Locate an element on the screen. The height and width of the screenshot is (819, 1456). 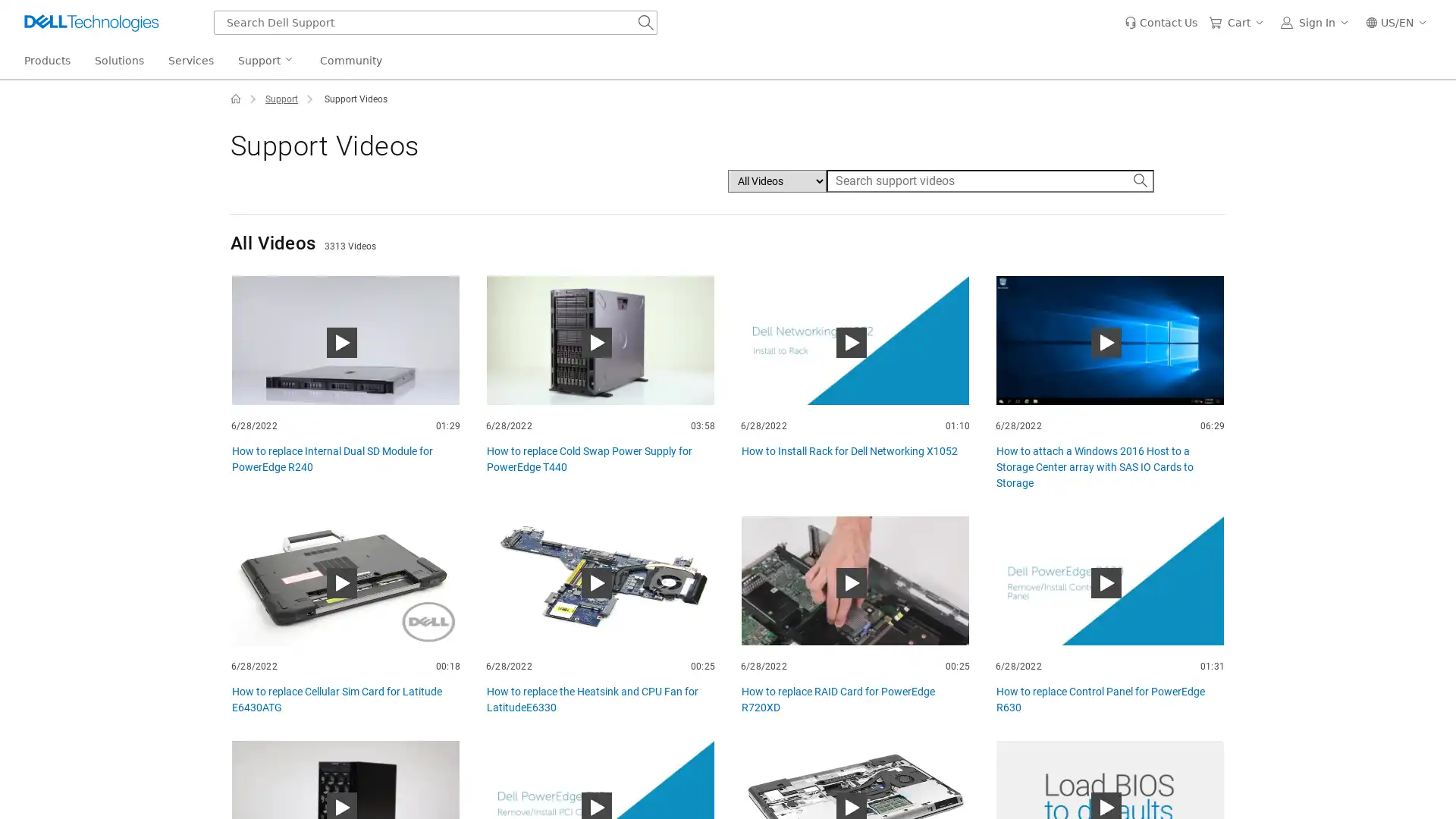
How to replace Cold Swap Power Supply for PowerEdge T440 Play is located at coordinates (600, 339).